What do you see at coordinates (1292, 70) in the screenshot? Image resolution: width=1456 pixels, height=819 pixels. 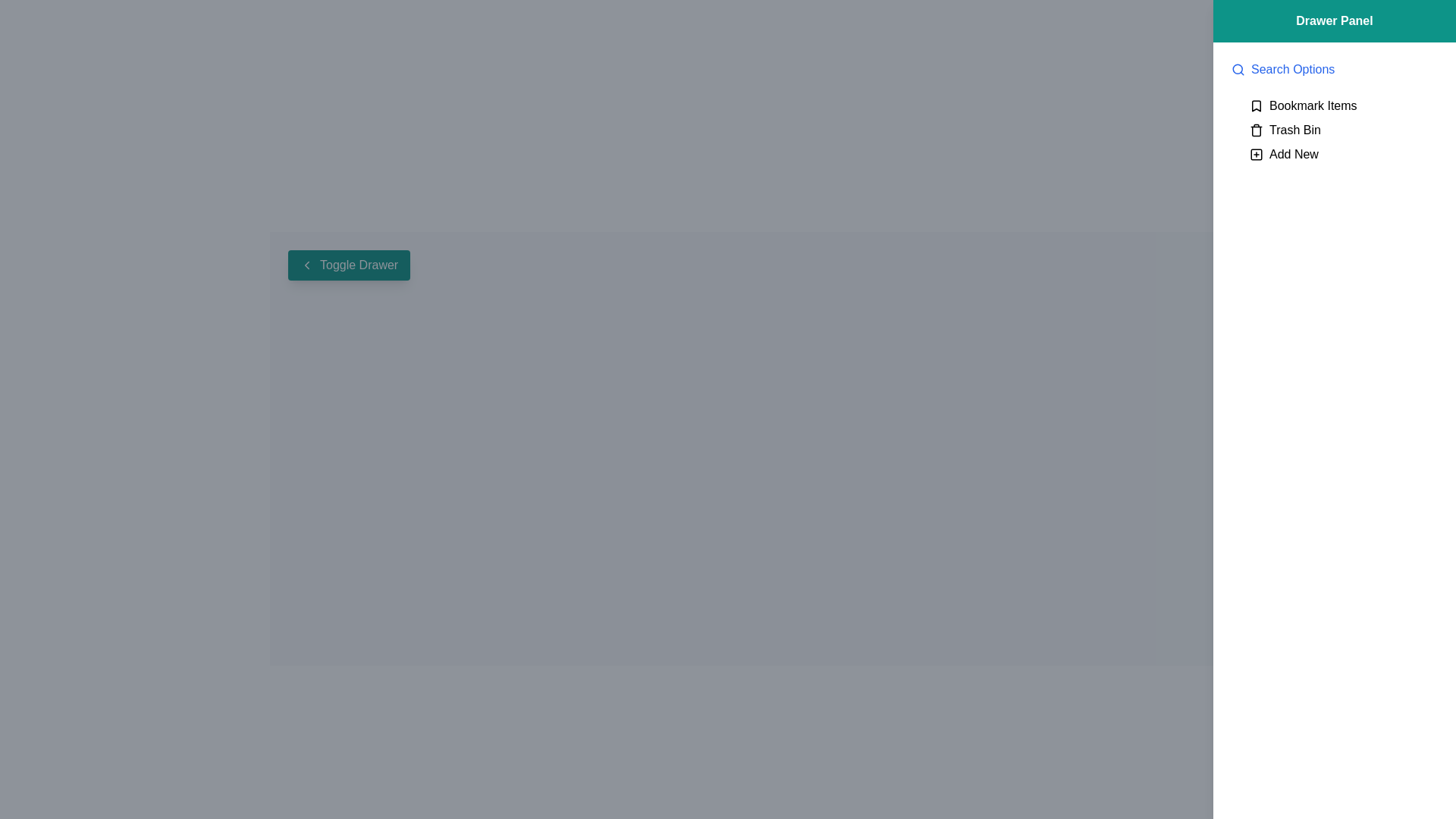 I see `the 'Search Options' text label, which is styled in blue and located adjacent to a magnifying glass icon in the top-right section of the drawer panel` at bounding box center [1292, 70].